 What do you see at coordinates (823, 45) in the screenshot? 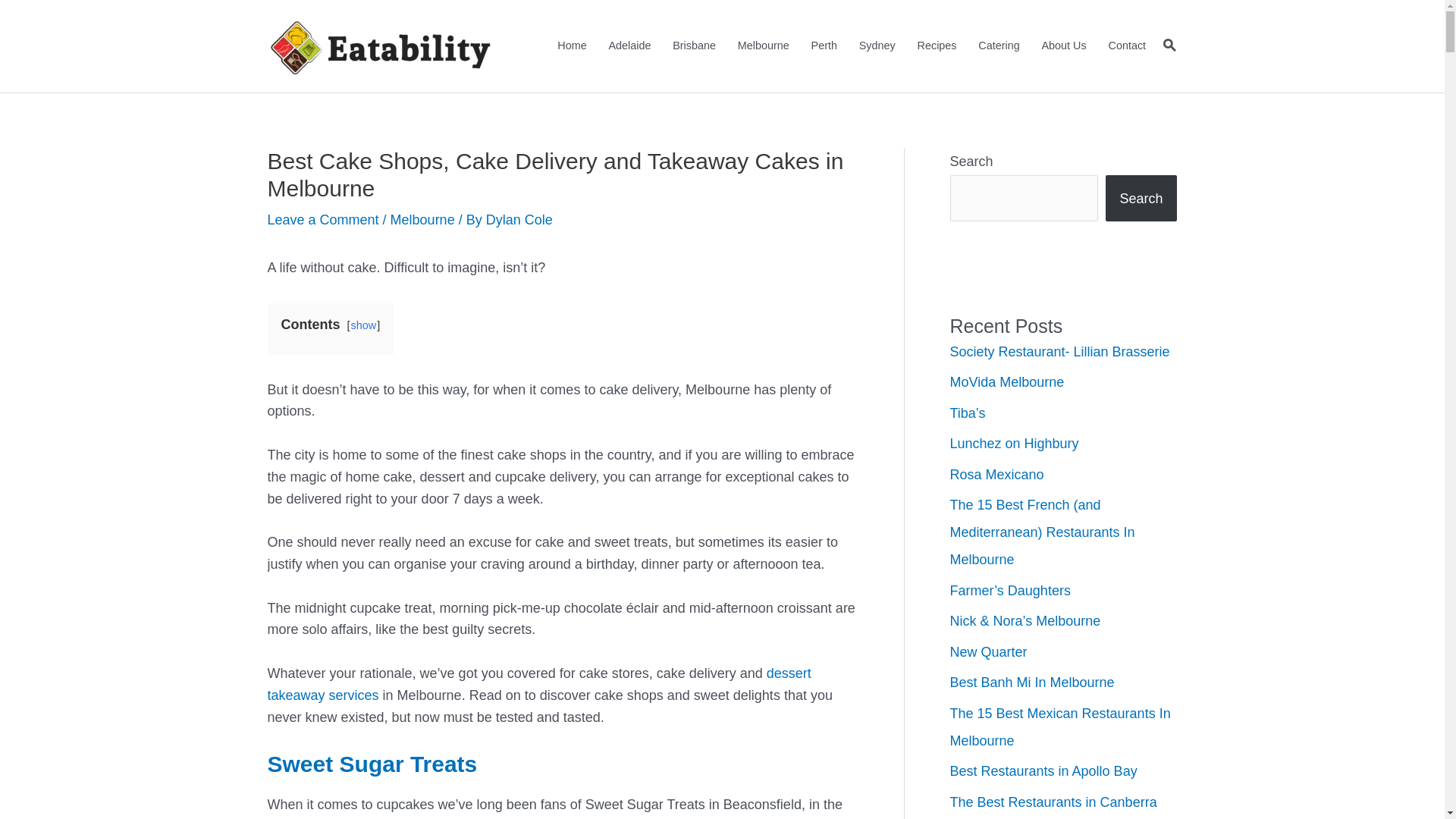
I see `'Perth'` at bounding box center [823, 45].